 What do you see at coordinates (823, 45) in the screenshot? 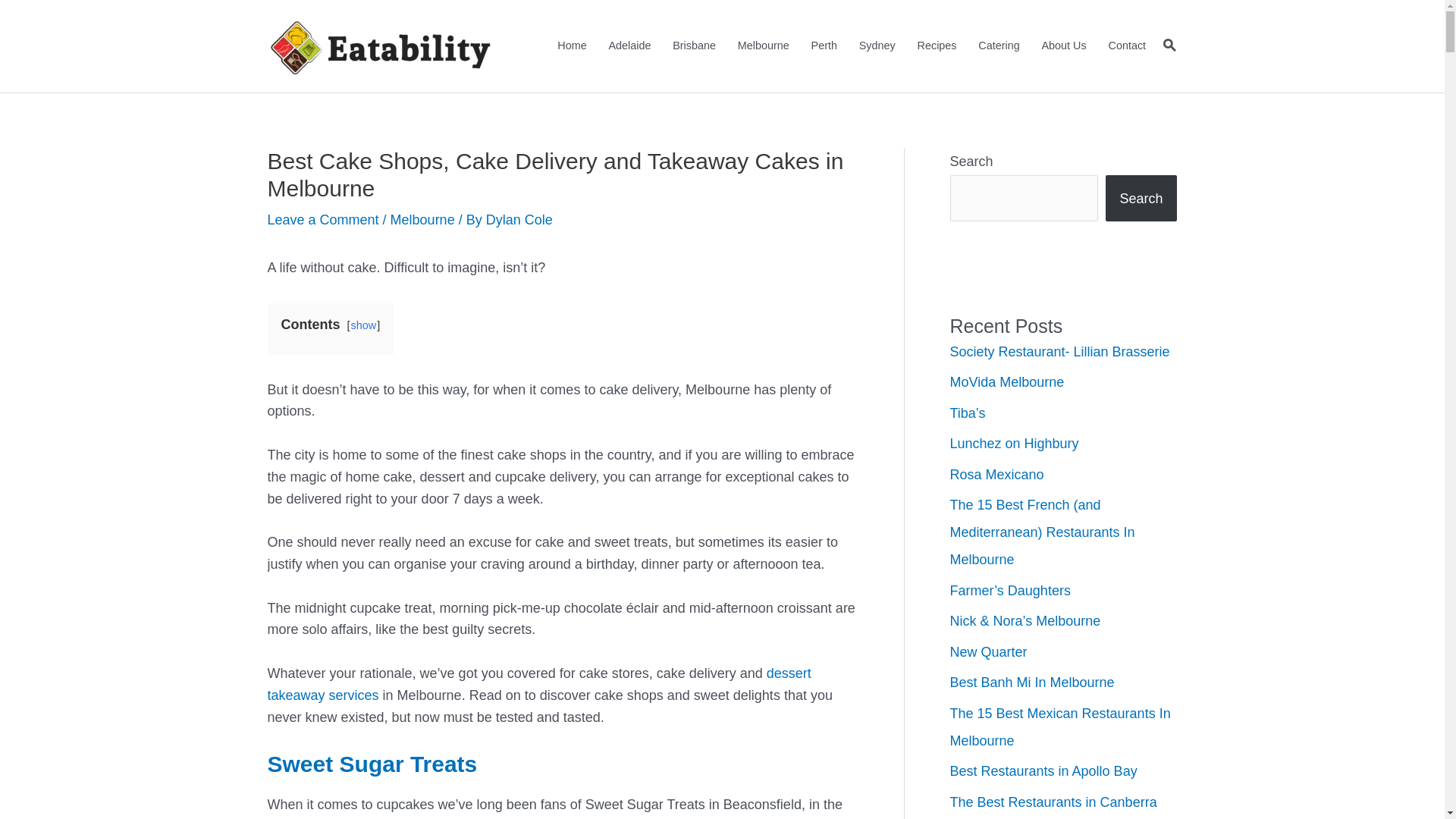
I see `'Perth'` at bounding box center [823, 45].